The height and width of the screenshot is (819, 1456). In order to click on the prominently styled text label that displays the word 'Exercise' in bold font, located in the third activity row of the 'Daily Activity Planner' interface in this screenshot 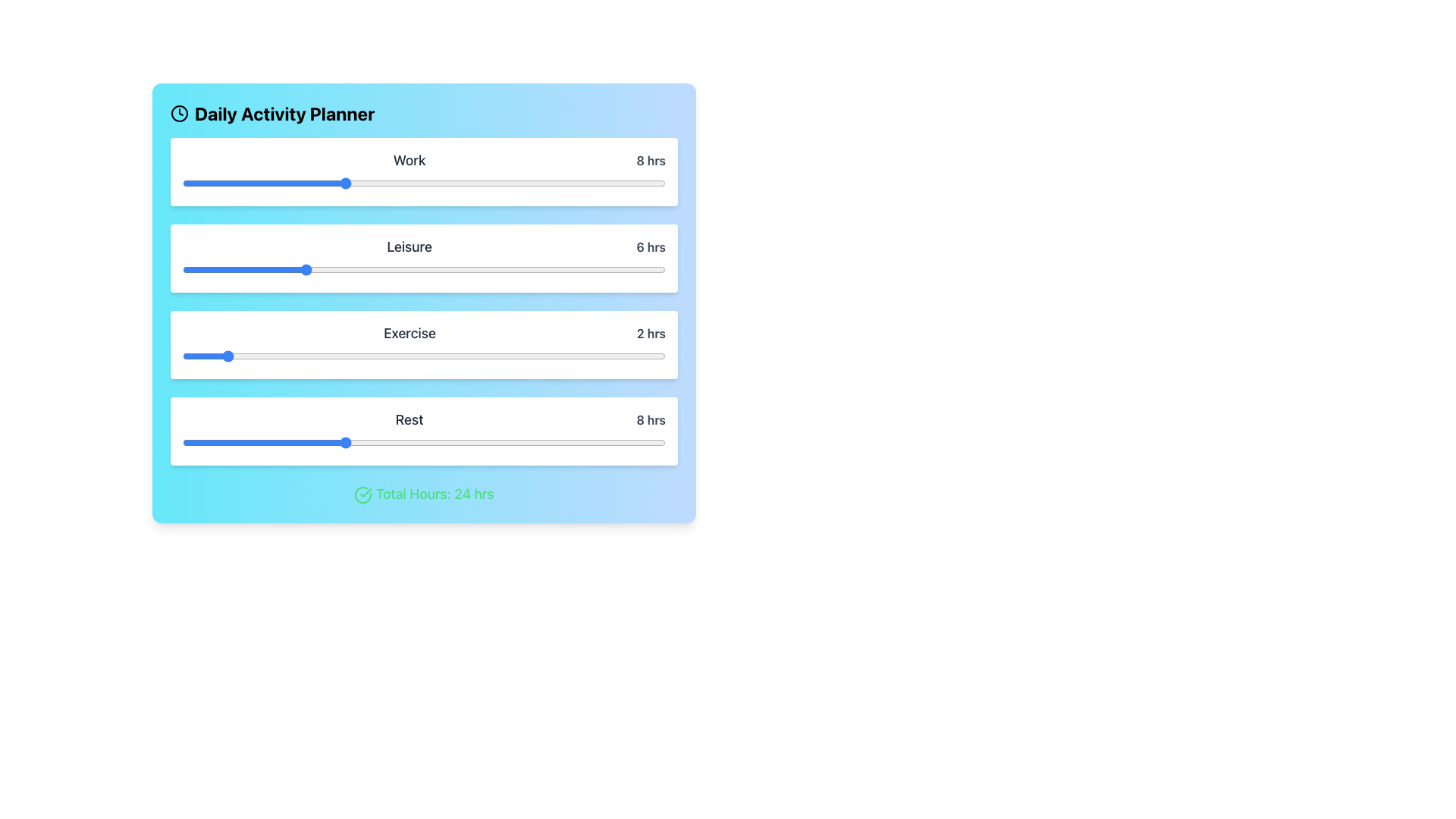, I will do `click(409, 332)`.